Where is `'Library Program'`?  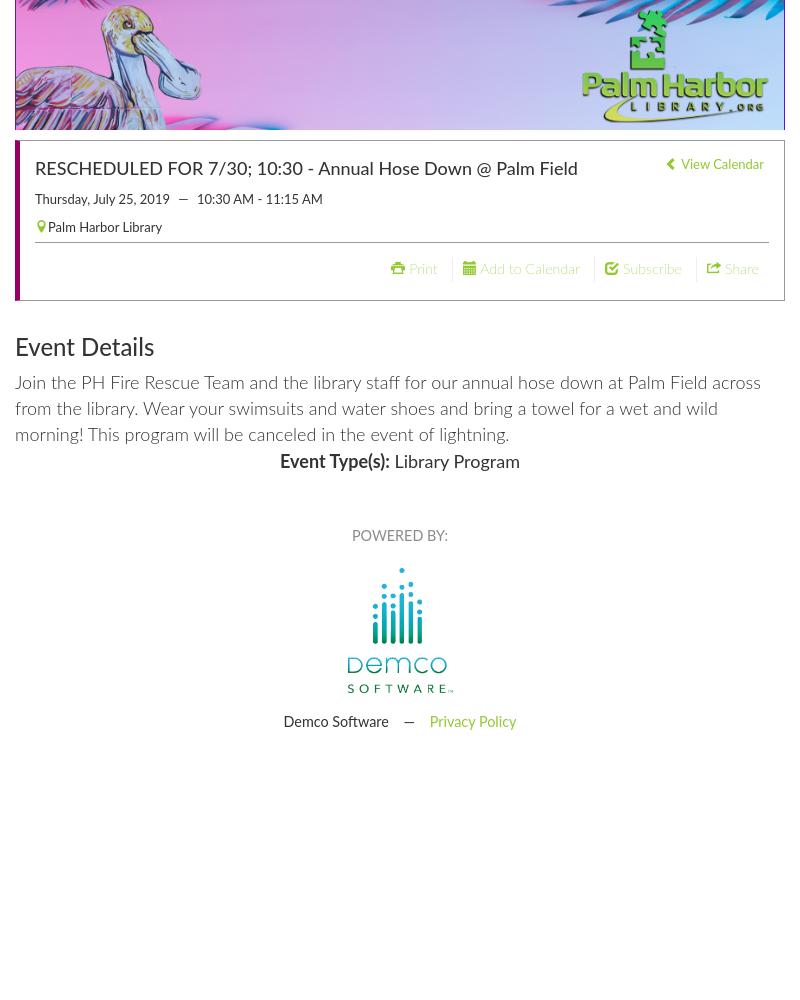 'Library Program' is located at coordinates (388, 462).